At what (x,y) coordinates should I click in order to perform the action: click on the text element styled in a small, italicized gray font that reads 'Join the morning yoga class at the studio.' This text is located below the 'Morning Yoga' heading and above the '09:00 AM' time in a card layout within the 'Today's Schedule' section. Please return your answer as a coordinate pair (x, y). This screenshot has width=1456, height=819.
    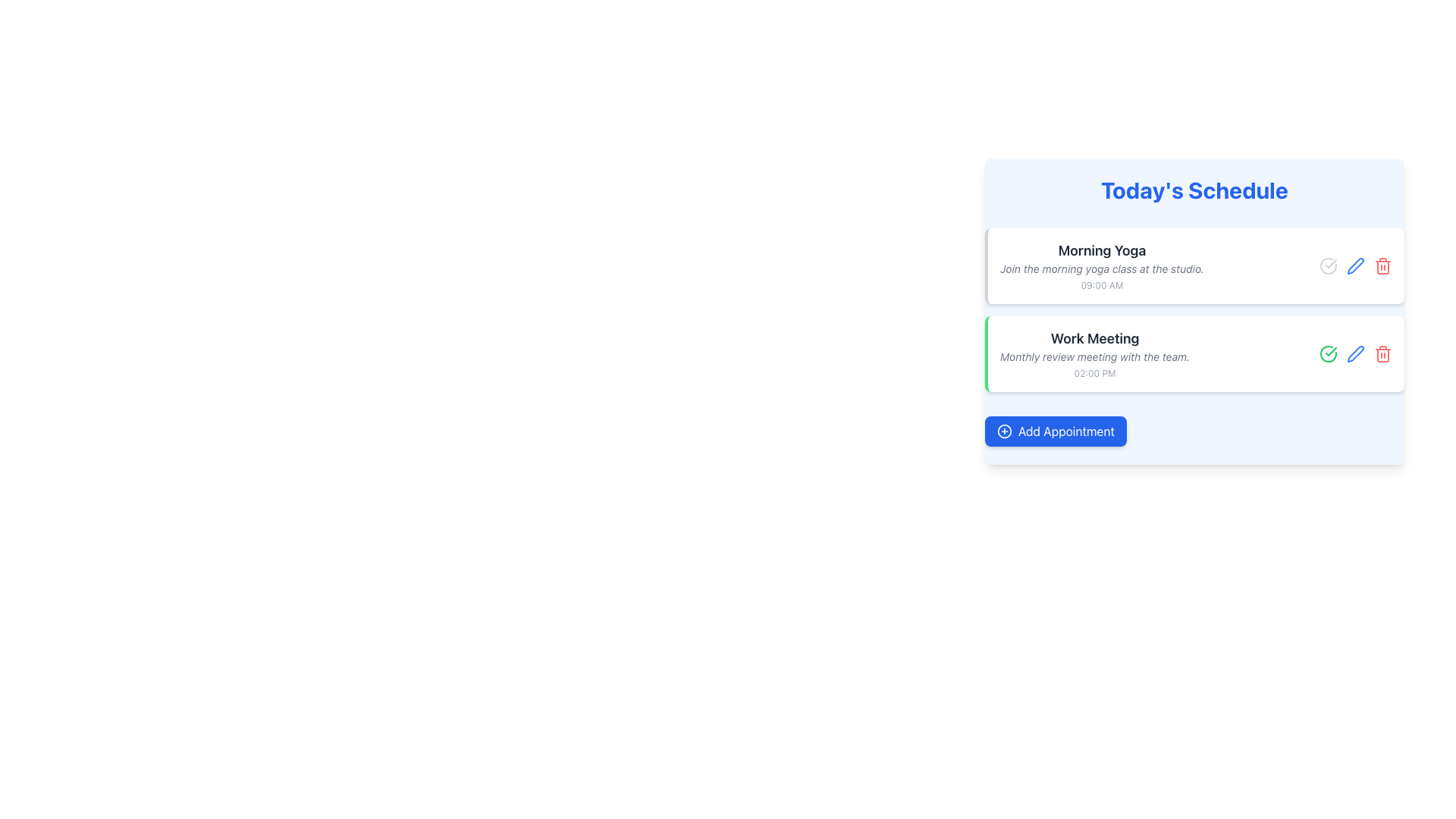
    Looking at the image, I should click on (1102, 268).